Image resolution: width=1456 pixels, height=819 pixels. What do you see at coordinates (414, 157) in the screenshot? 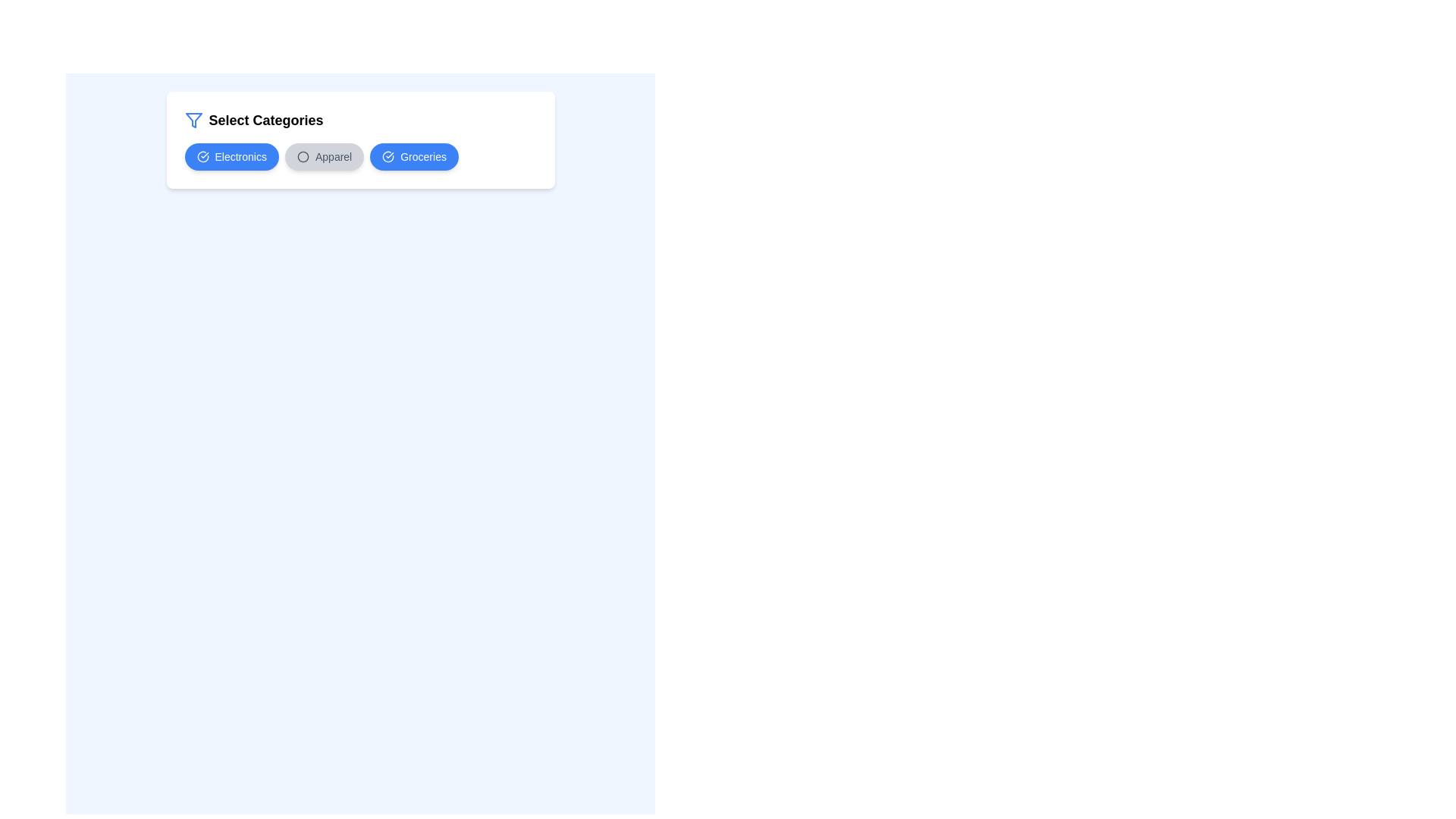
I see `the category Groceries` at bounding box center [414, 157].